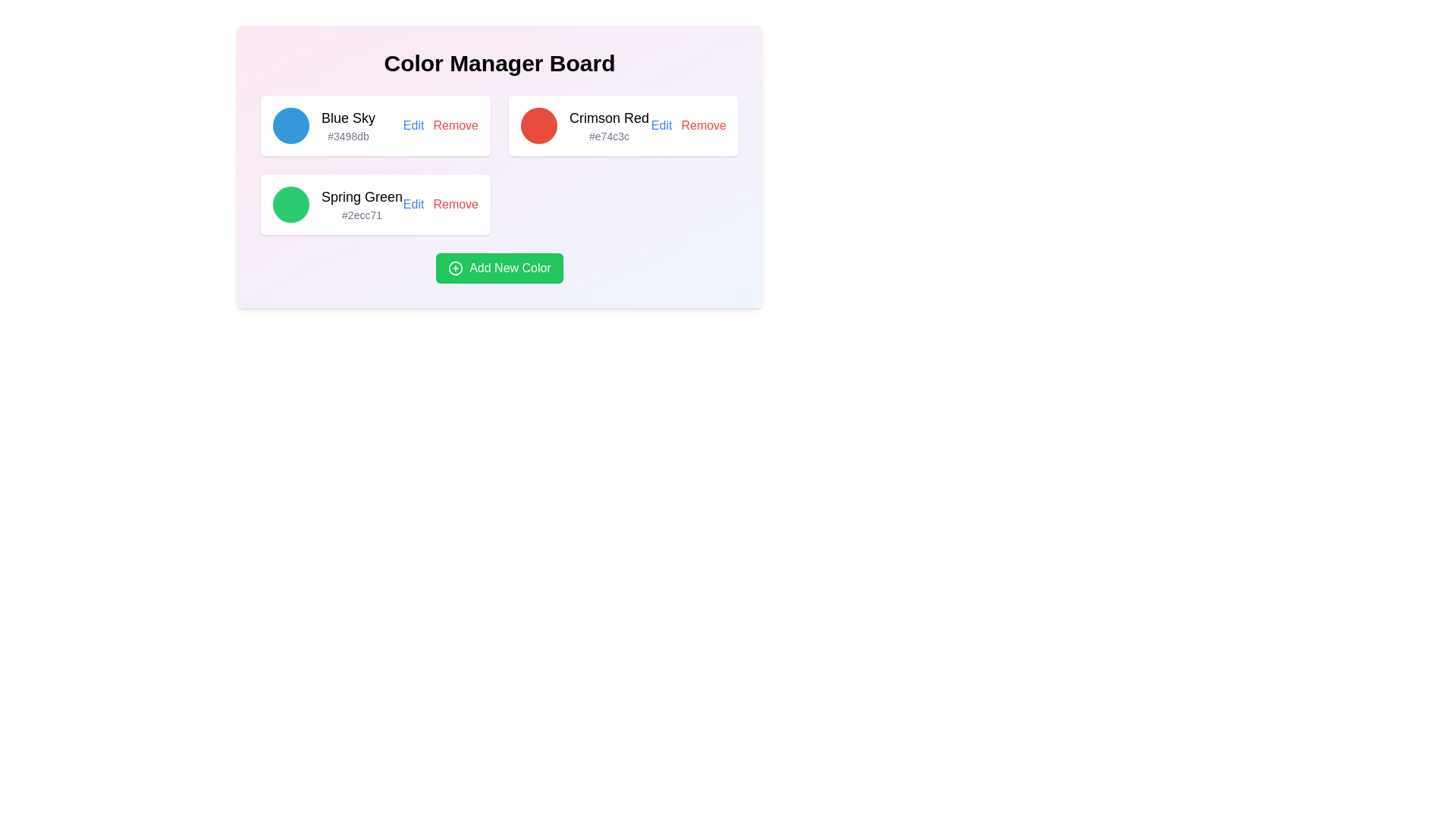  Describe the element at coordinates (661, 124) in the screenshot. I see `the 'Edit' link, which is styled in blue and underlined, positioned to the left of the 'Remove' label` at that location.